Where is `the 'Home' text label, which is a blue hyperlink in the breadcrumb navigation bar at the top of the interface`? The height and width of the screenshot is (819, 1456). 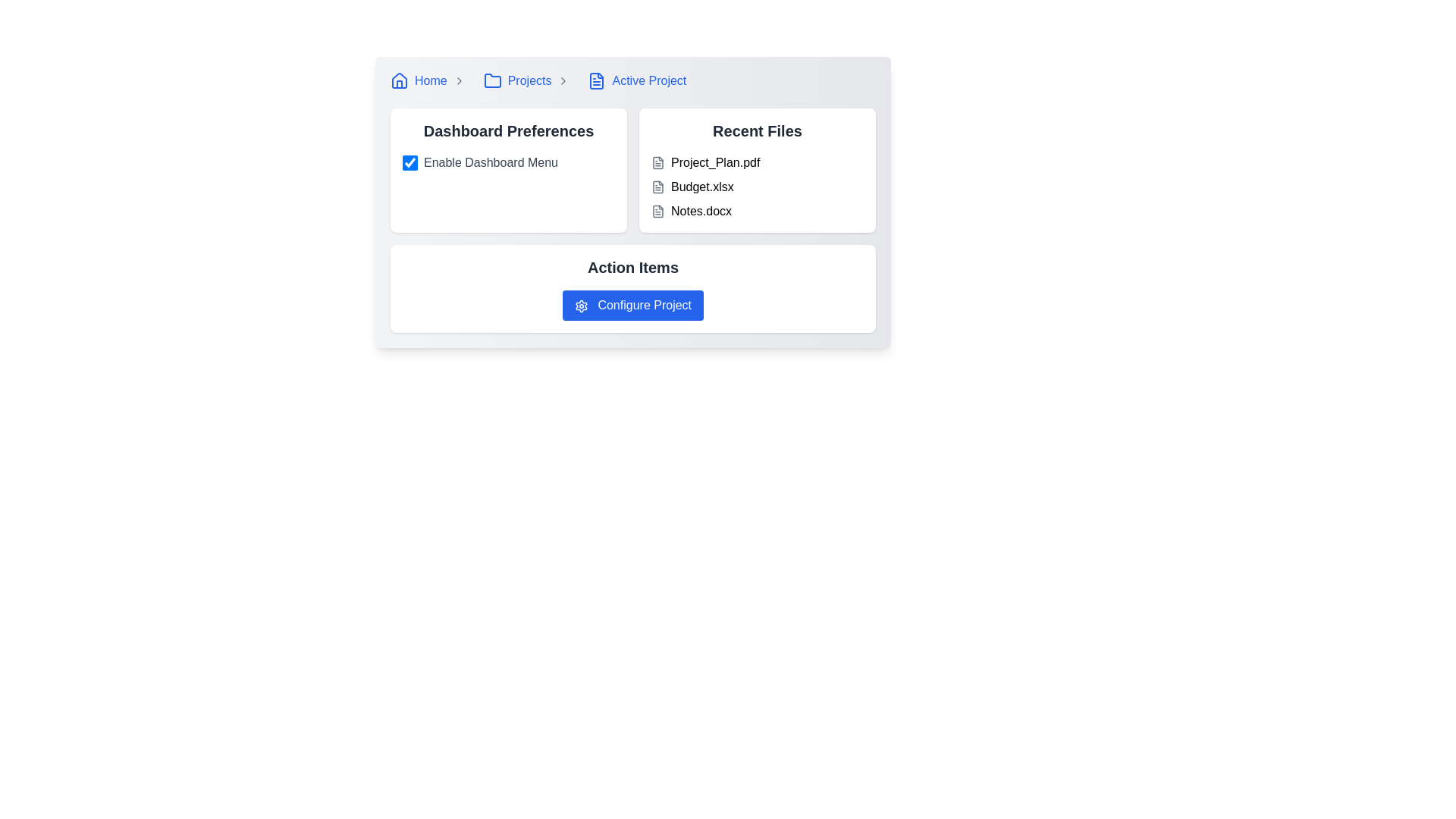 the 'Home' text label, which is a blue hyperlink in the breadcrumb navigation bar at the top of the interface is located at coordinates (430, 81).